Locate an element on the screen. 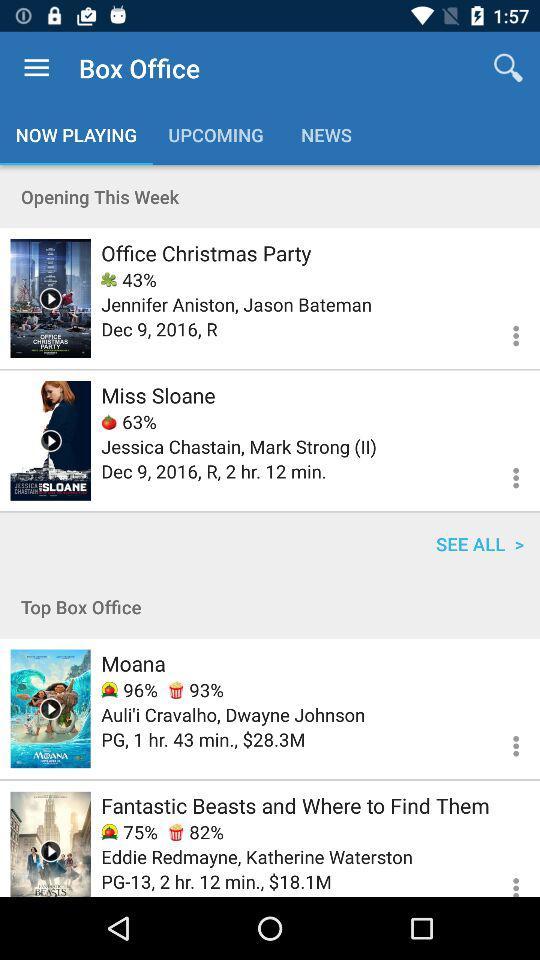 The width and height of the screenshot is (540, 960). 63% item is located at coordinates (129, 421).